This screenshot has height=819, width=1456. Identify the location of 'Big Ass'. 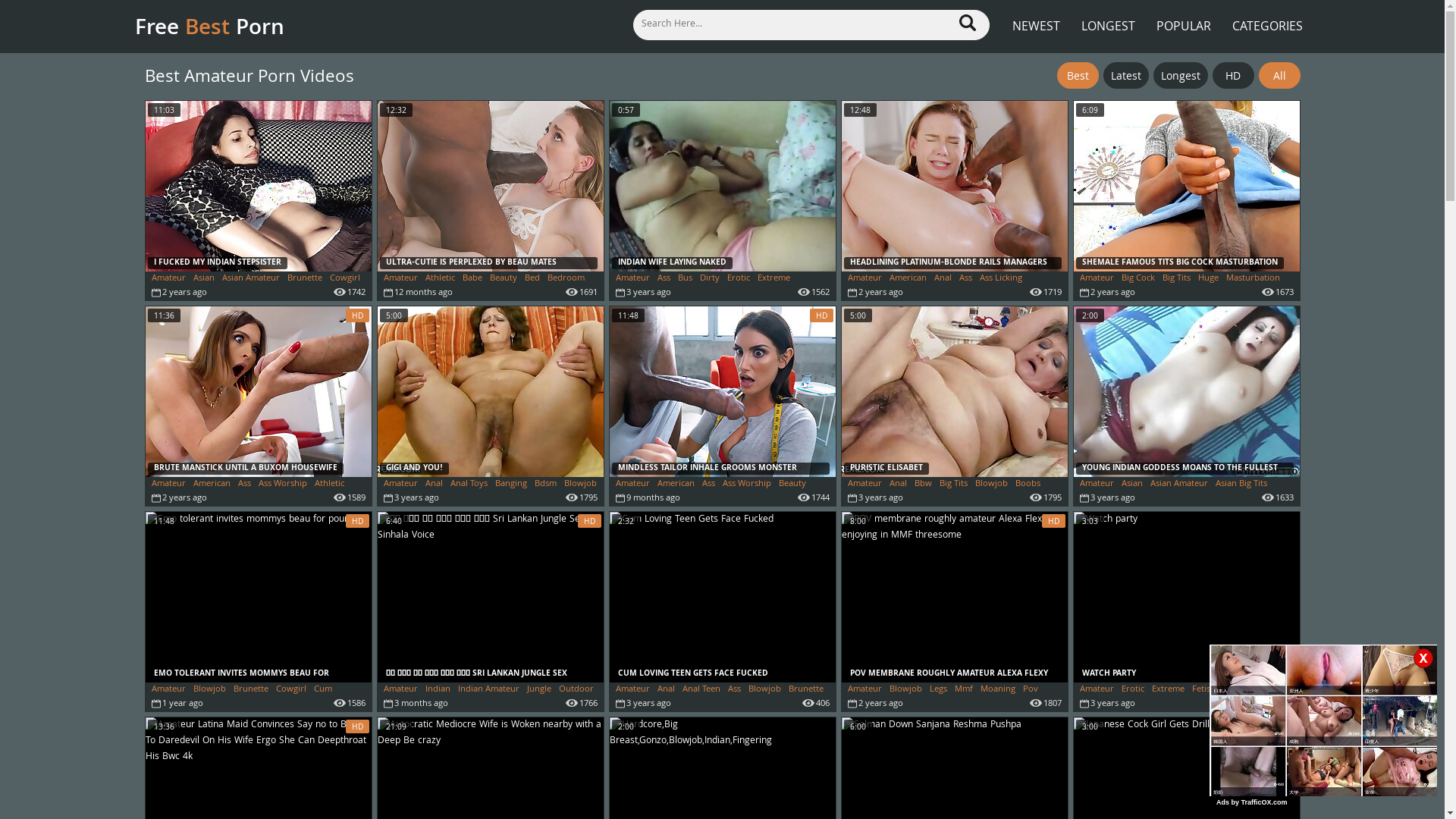
(629, 497).